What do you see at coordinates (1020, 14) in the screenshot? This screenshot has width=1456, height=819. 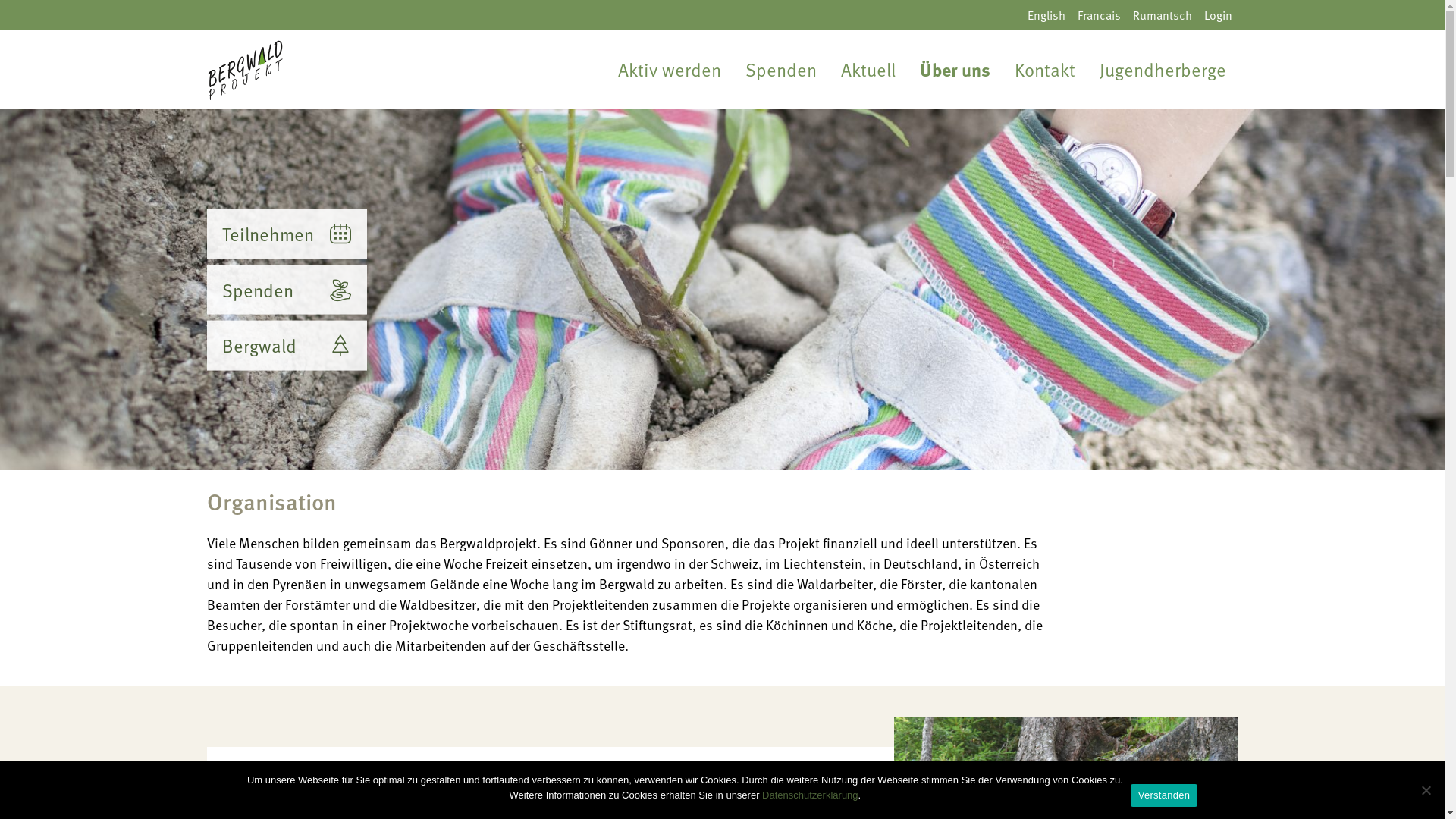 I see `'English'` at bounding box center [1020, 14].